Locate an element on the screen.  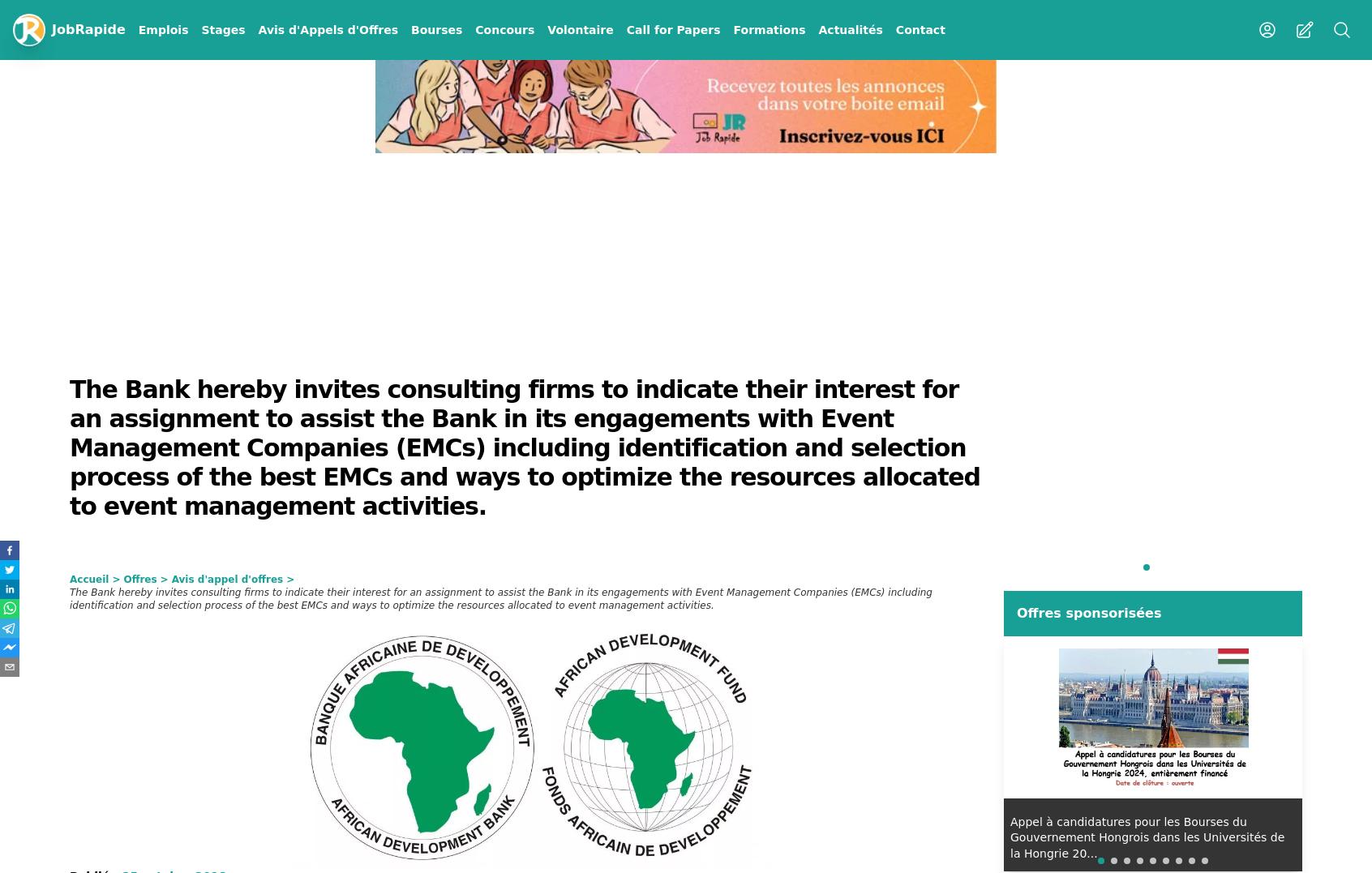
'Call for Papers' is located at coordinates (672, 29).